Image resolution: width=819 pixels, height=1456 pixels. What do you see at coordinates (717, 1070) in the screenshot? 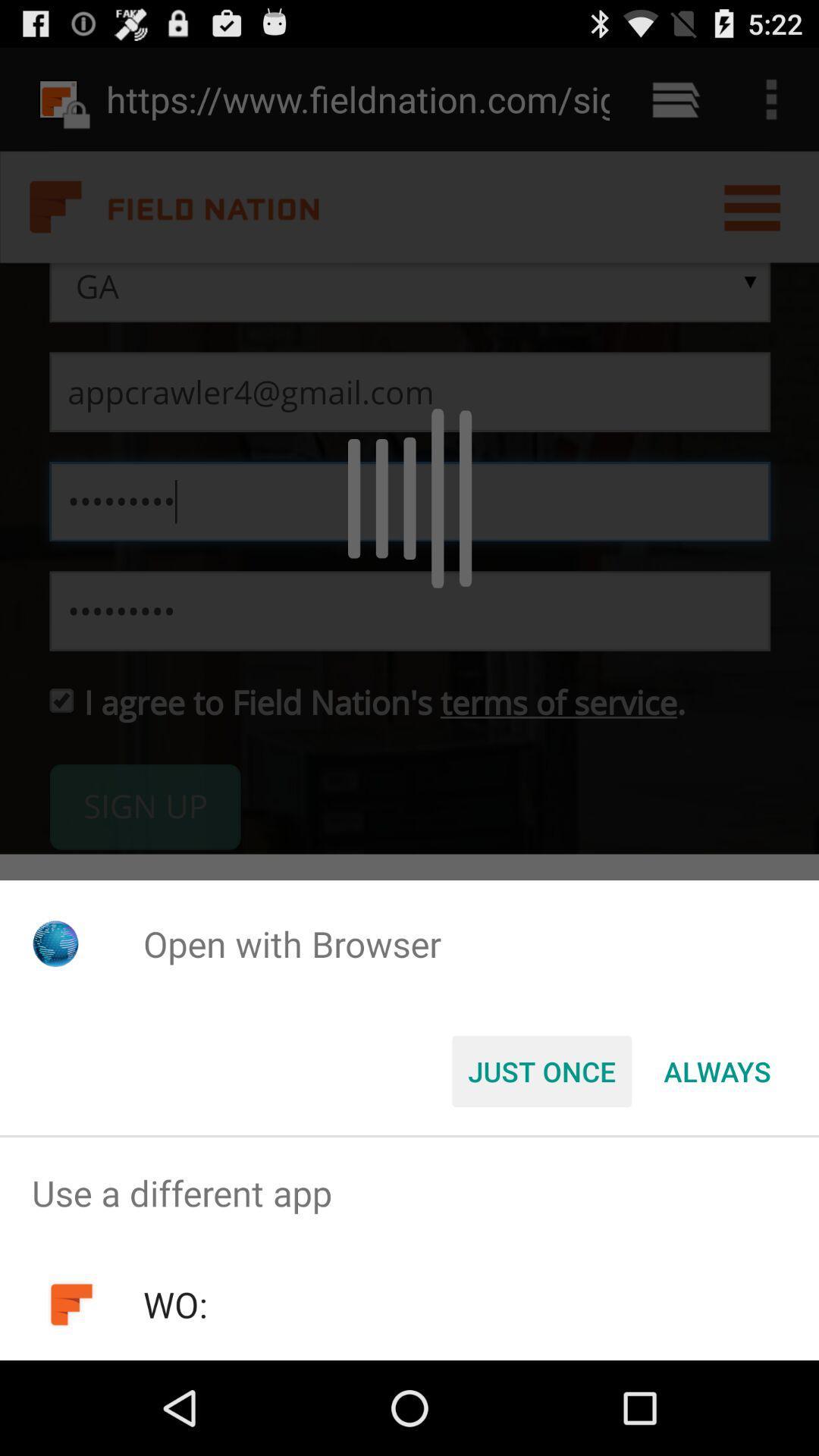
I see `item at the bottom right corner` at bounding box center [717, 1070].